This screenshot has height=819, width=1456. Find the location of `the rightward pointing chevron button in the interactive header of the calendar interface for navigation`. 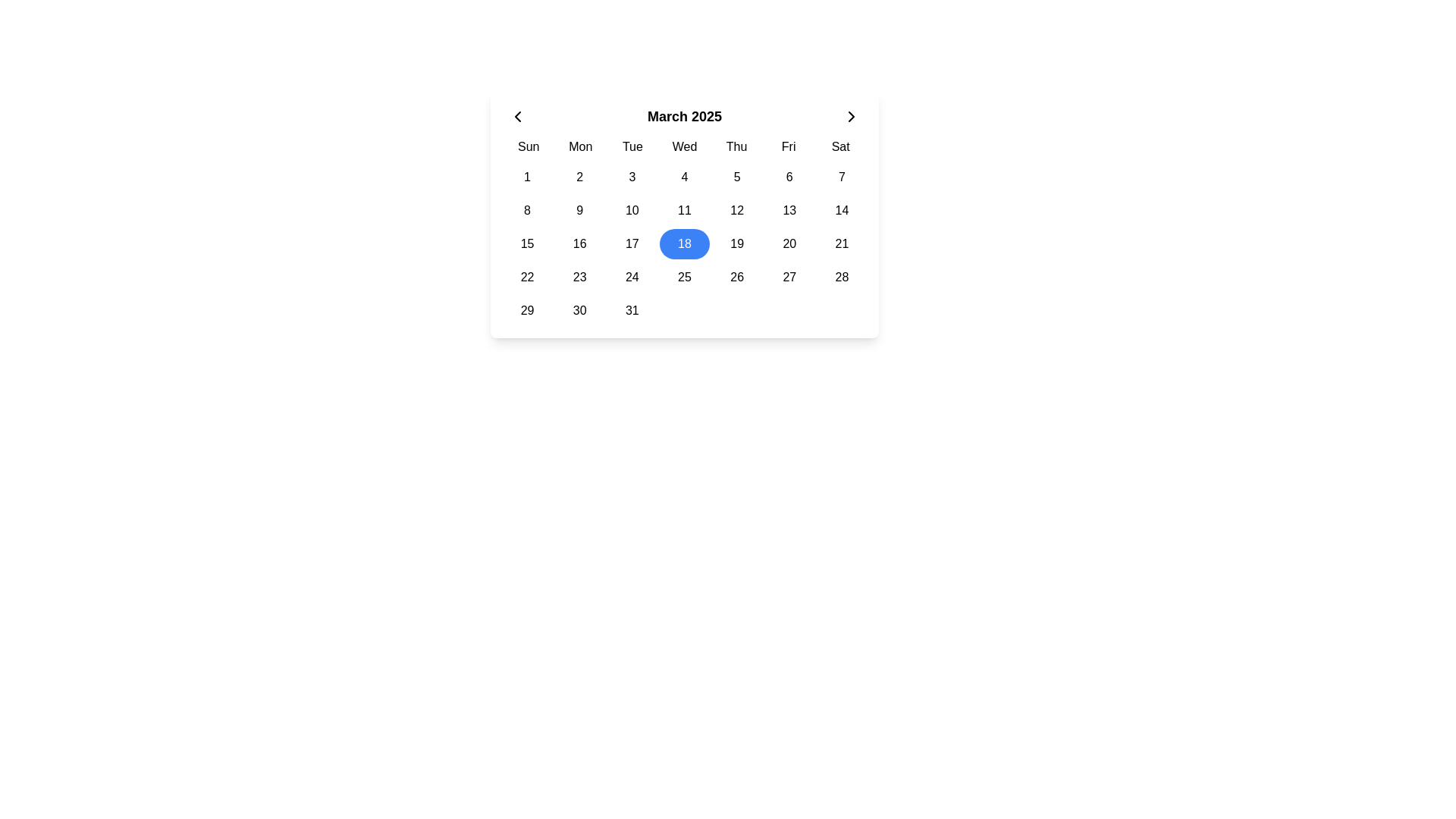

the rightward pointing chevron button in the interactive header of the calendar interface for navigation is located at coordinates (852, 116).